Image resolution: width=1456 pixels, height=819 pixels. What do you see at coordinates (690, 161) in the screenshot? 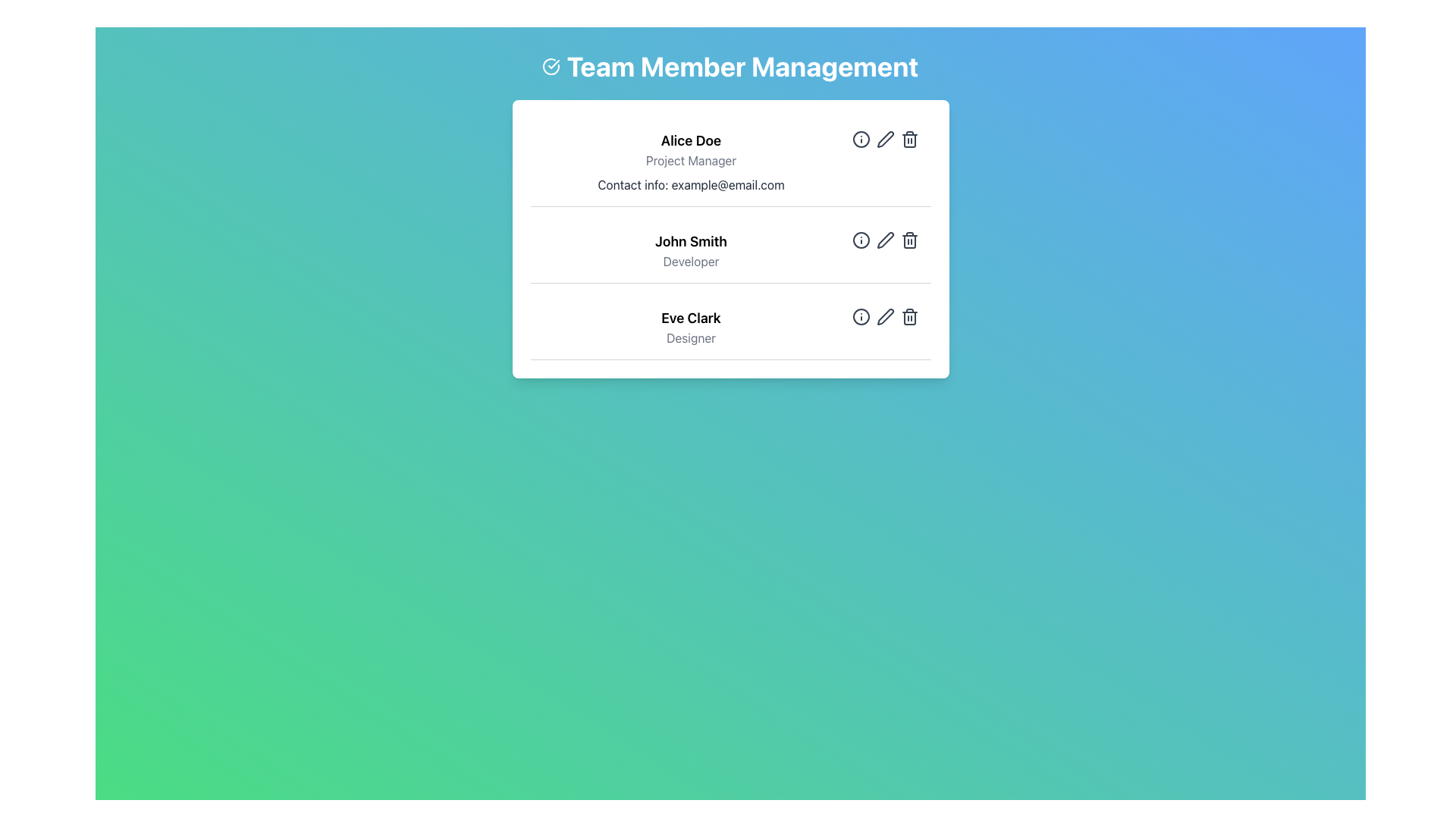
I see `the text label 'Project Manager' displayed in gray font, located below 'Alice Doe' within the card layout` at bounding box center [690, 161].